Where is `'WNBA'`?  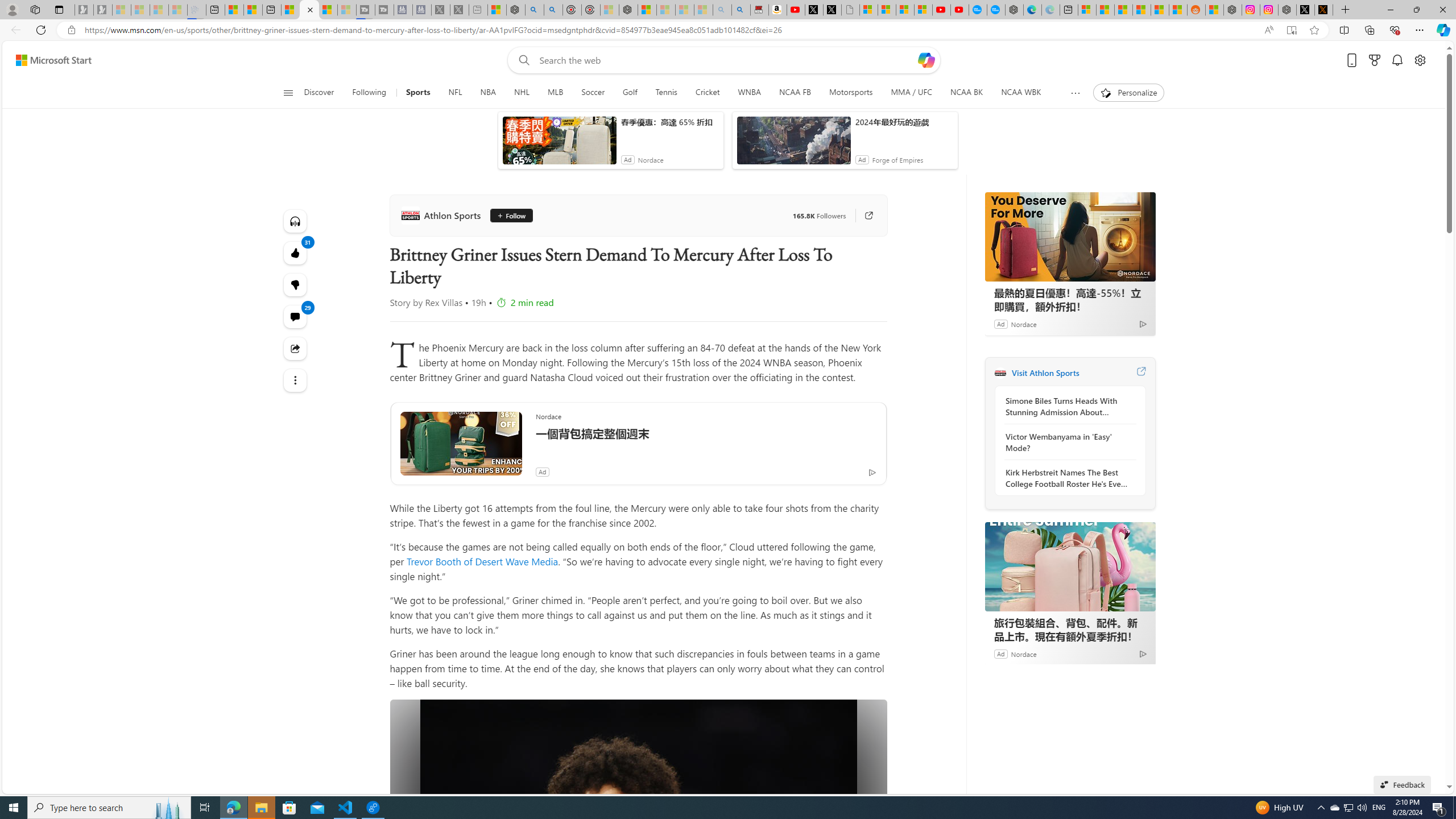
'WNBA' is located at coordinates (748, 92).